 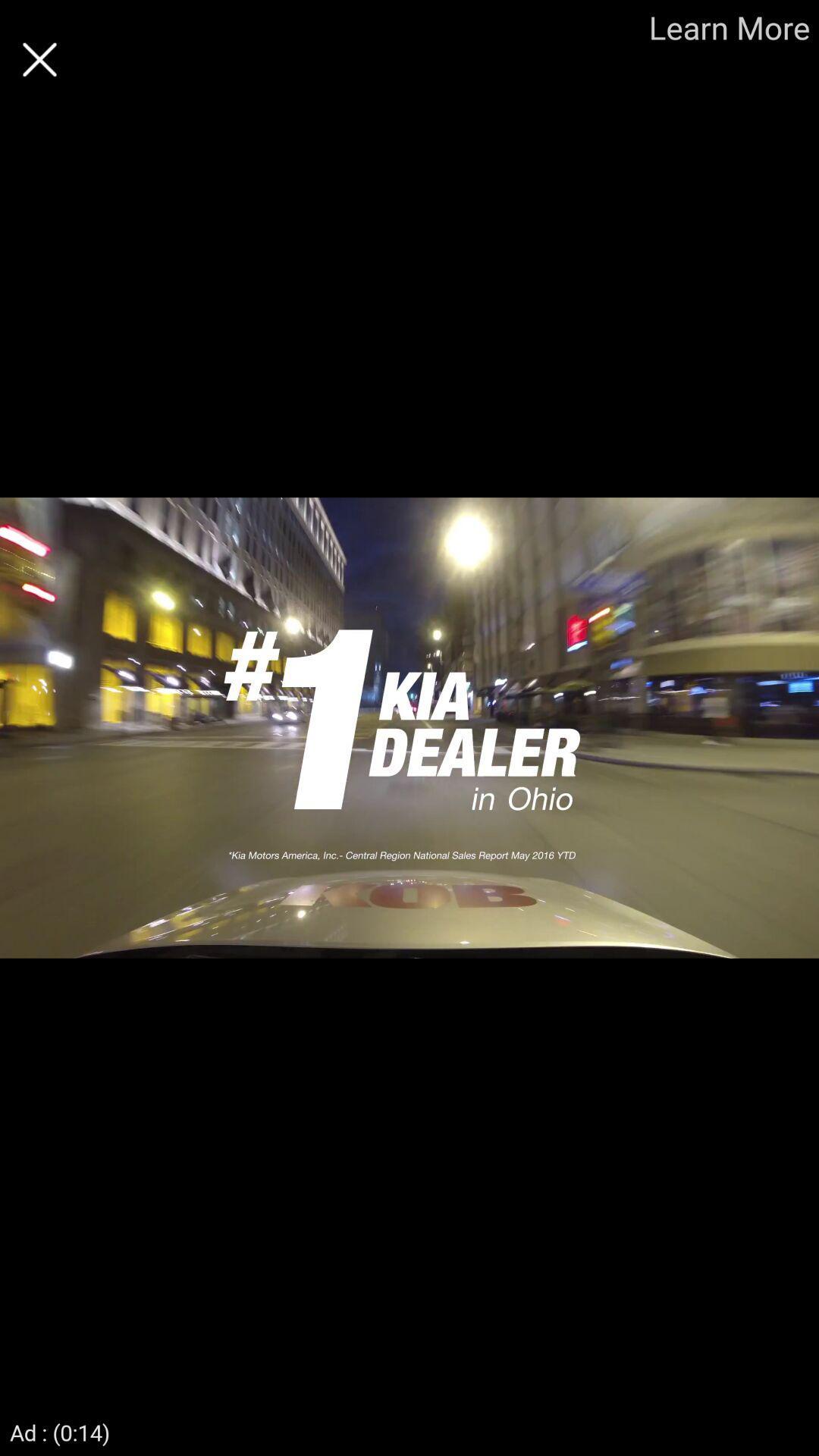 What do you see at coordinates (39, 59) in the screenshot?
I see `cancel the current page` at bounding box center [39, 59].